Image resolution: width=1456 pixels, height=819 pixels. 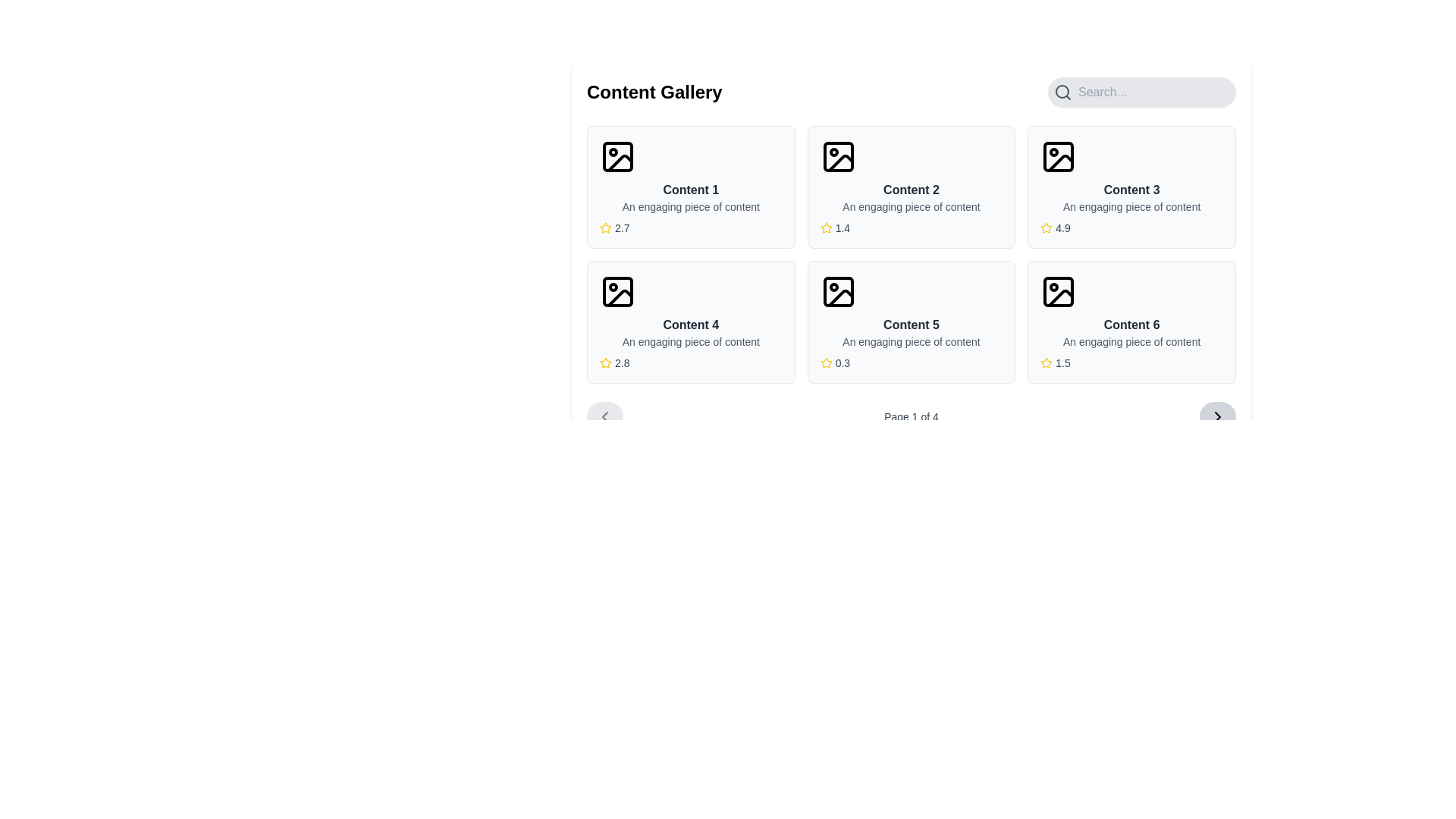 I want to click on the Text label element displaying 'Content 1', which is styled in bold gray font and positioned at the top center of its content card, above the text 'An engaging piece of content', so click(x=690, y=189).